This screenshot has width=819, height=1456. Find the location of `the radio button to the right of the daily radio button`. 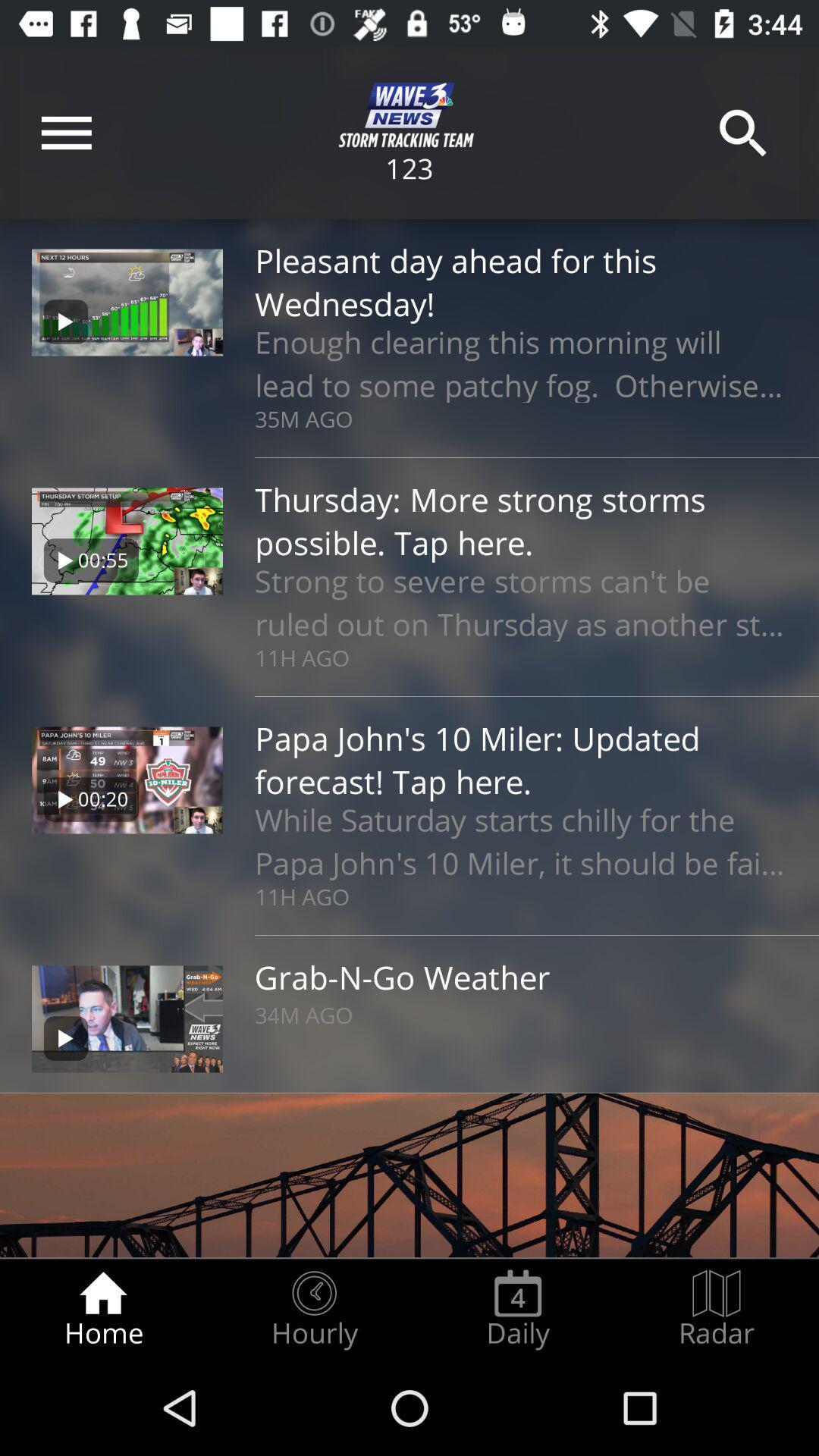

the radio button to the right of the daily radio button is located at coordinates (717, 1309).